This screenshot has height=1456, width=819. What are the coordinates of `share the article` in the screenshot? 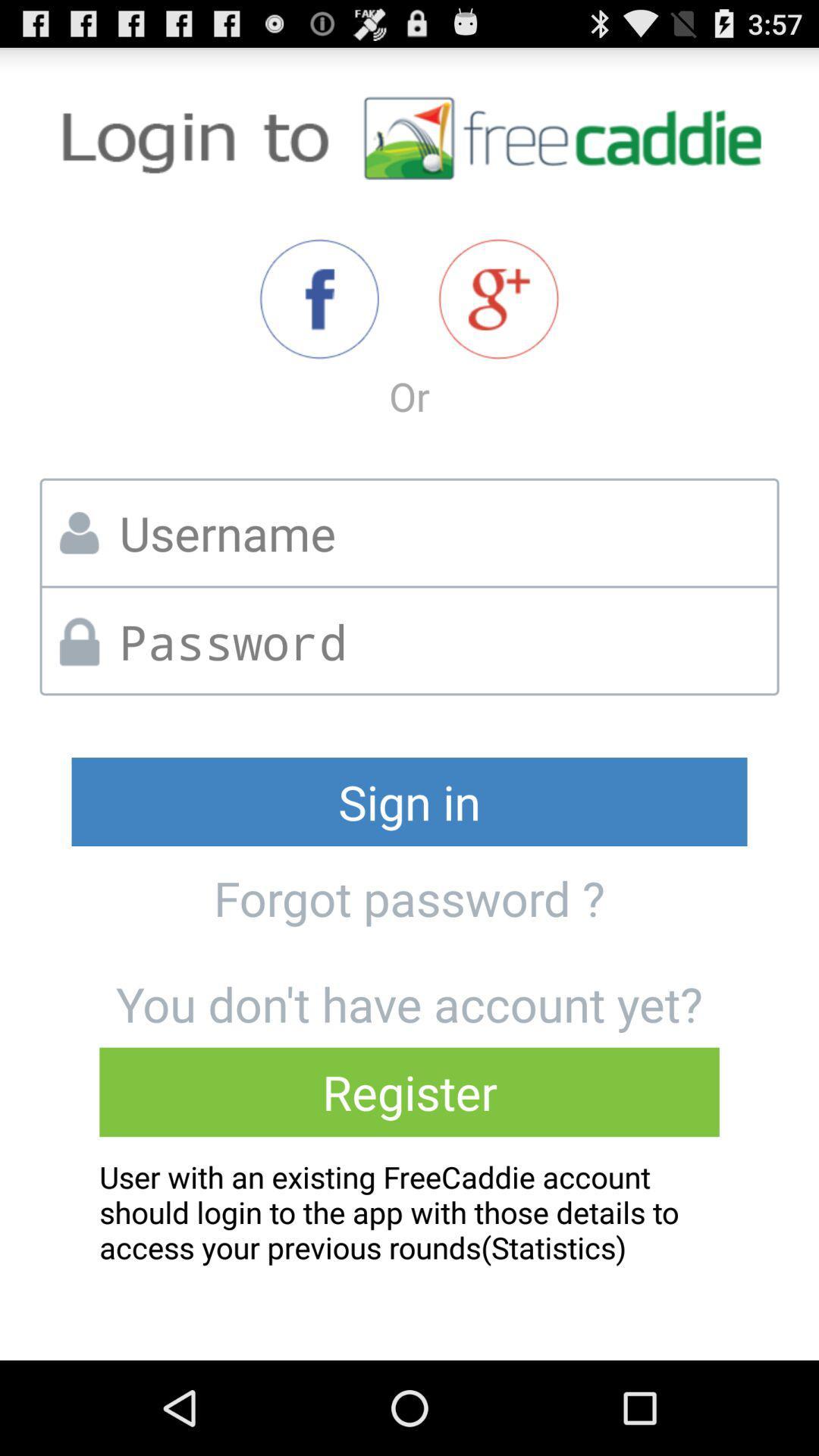 It's located at (498, 299).